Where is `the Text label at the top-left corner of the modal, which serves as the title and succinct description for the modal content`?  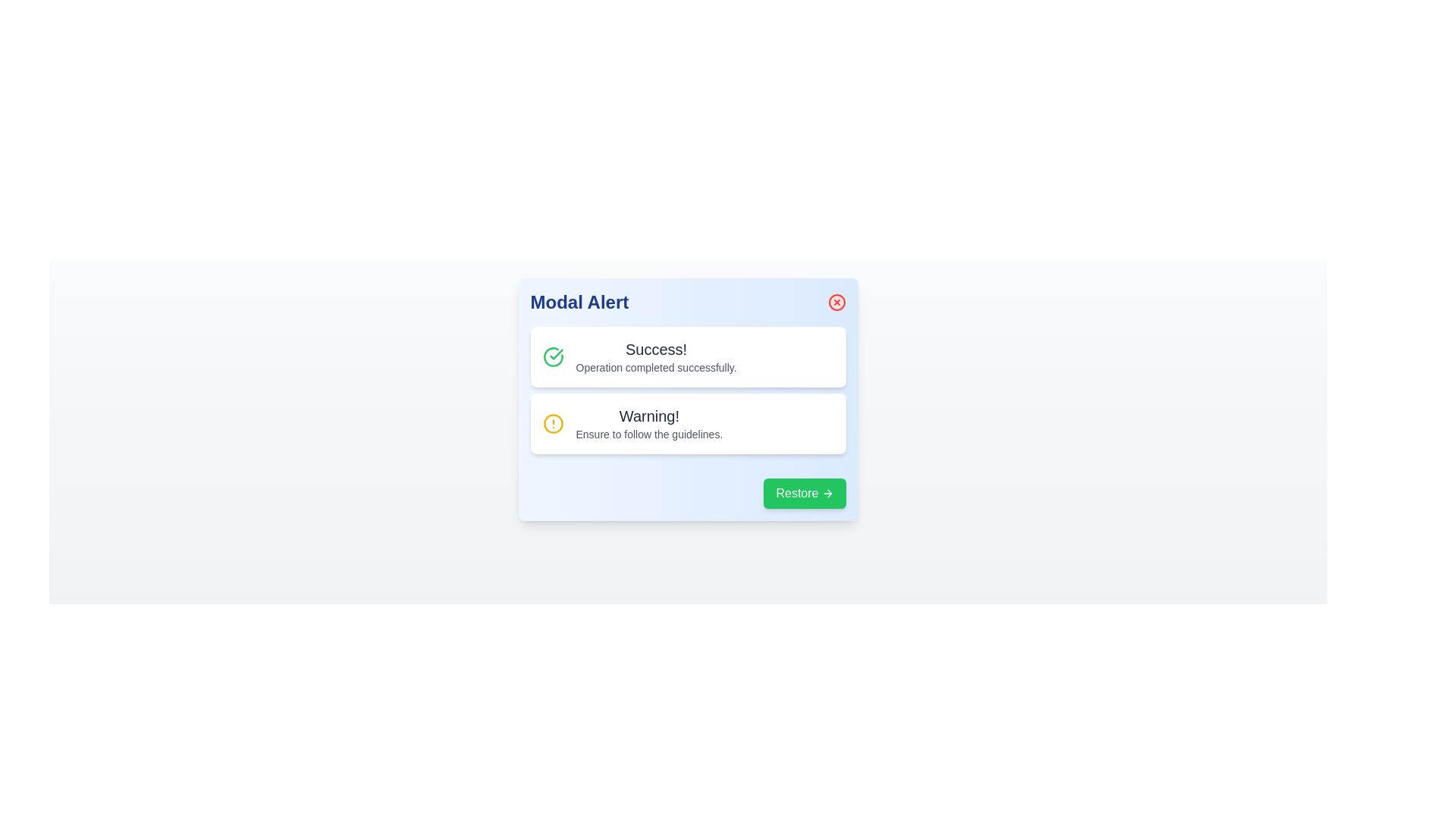 the Text label at the top-left corner of the modal, which serves as the title and succinct description for the modal content is located at coordinates (579, 302).